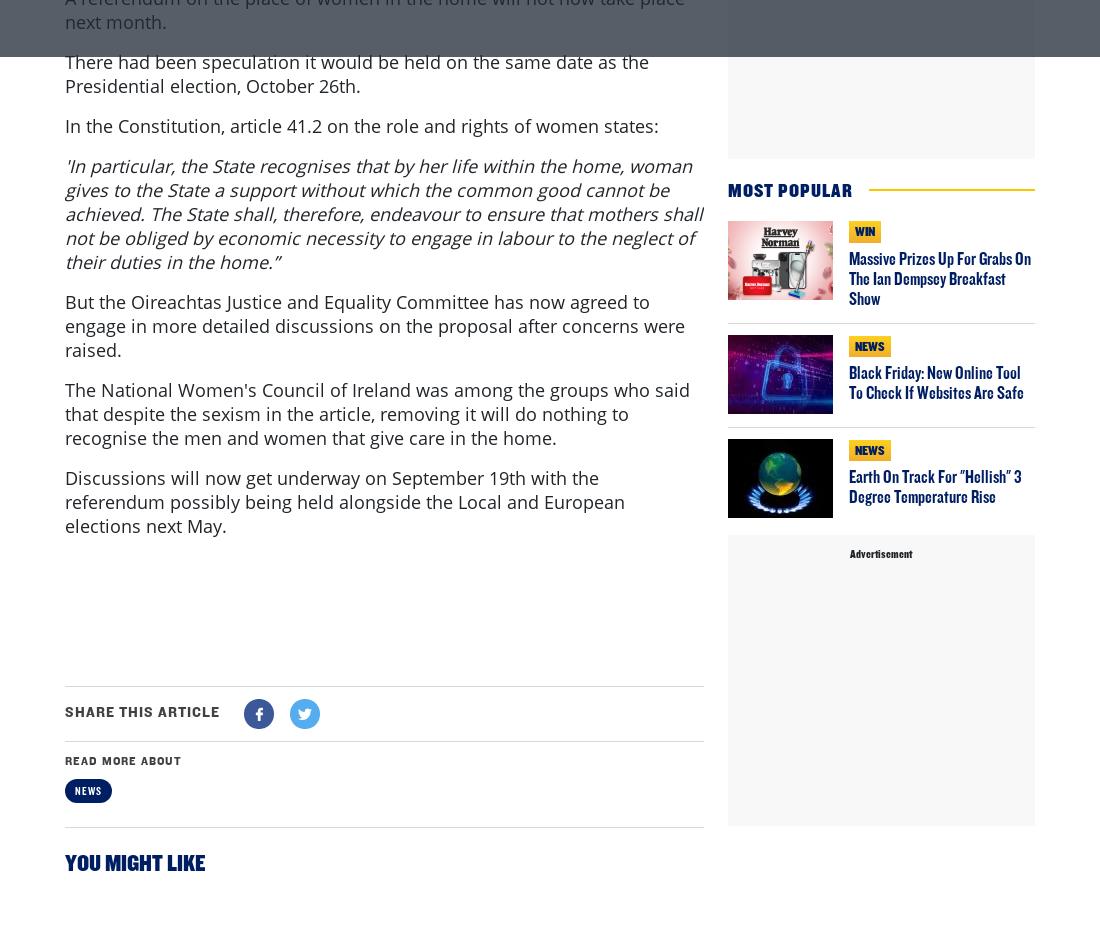 This screenshot has height=943, width=1100. What do you see at coordinates (343, 582) in the screenshot?
I see `'Discussions will now get underway on September 19th with the referendum possibly being held alongside the Local and European elections next May.'` at bounding box center [343, 582].